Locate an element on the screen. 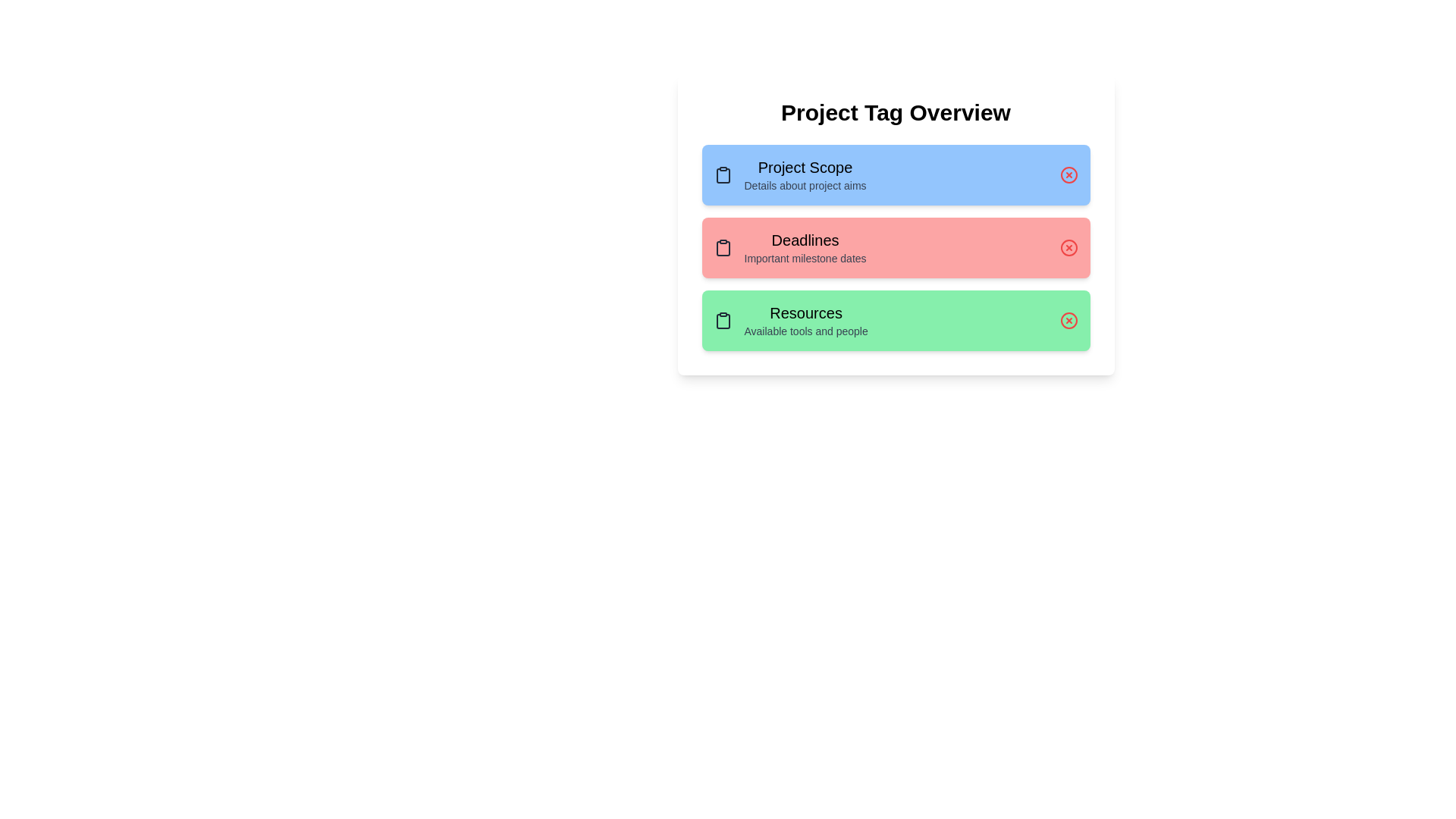 The width and height of the screenshot is (1456, 819). the clipboard icon associated with the tag Project Scope is located at coordinates (722, 174).